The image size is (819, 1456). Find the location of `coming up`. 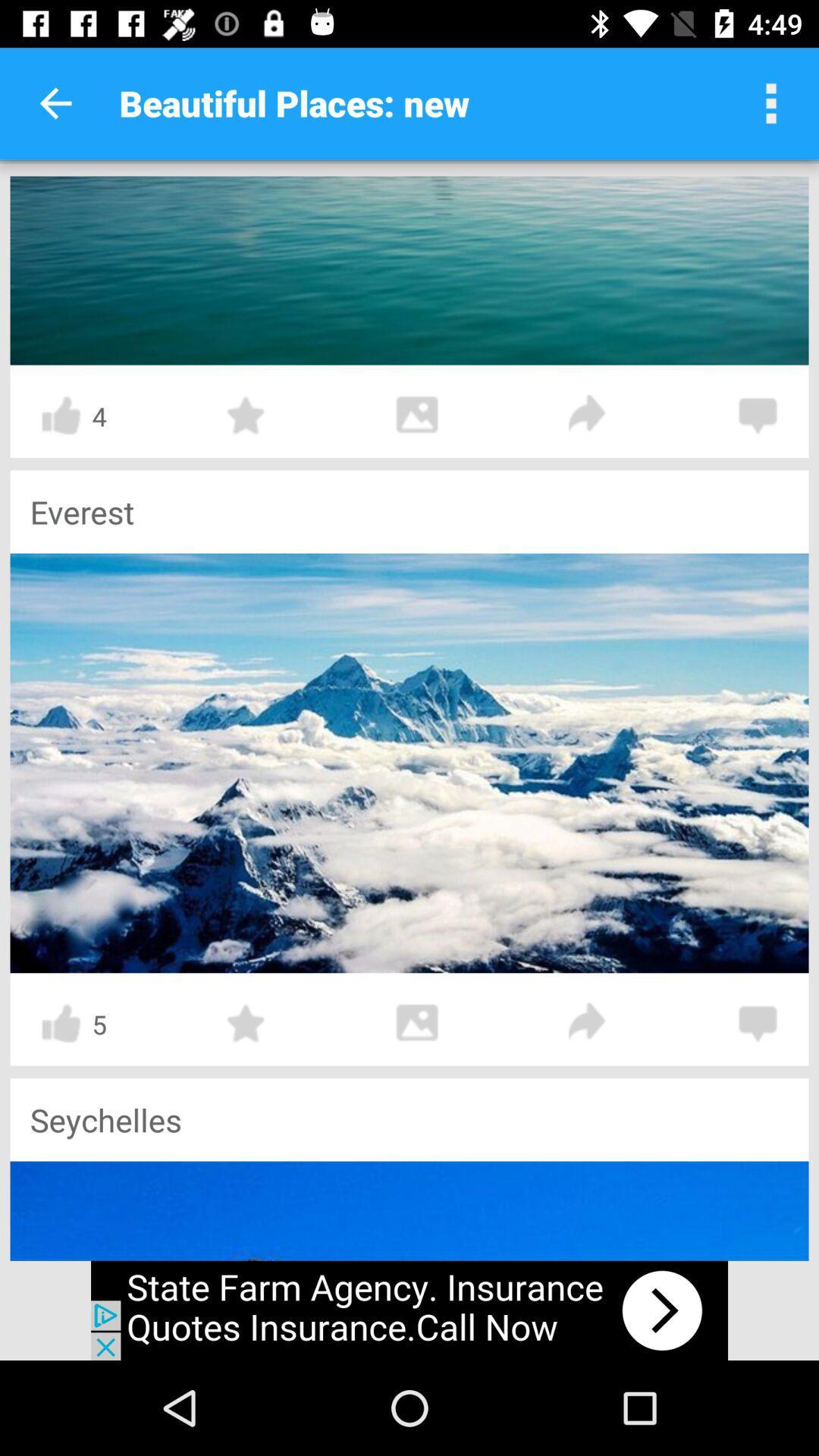

coming up is located at coordinates (587, 1023).